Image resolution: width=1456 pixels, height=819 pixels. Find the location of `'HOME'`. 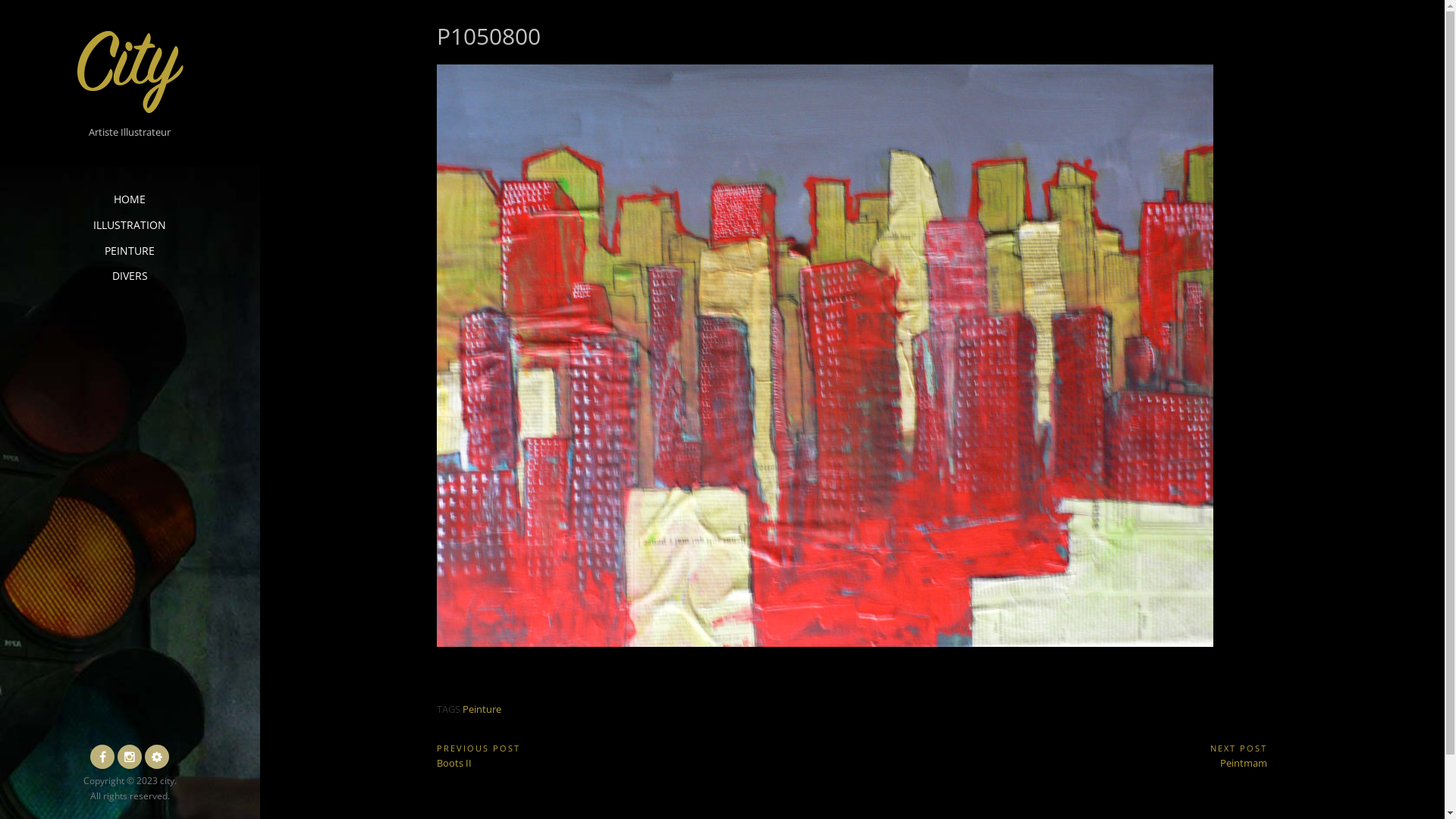

'HOME' is located at coordinates (130, 198).